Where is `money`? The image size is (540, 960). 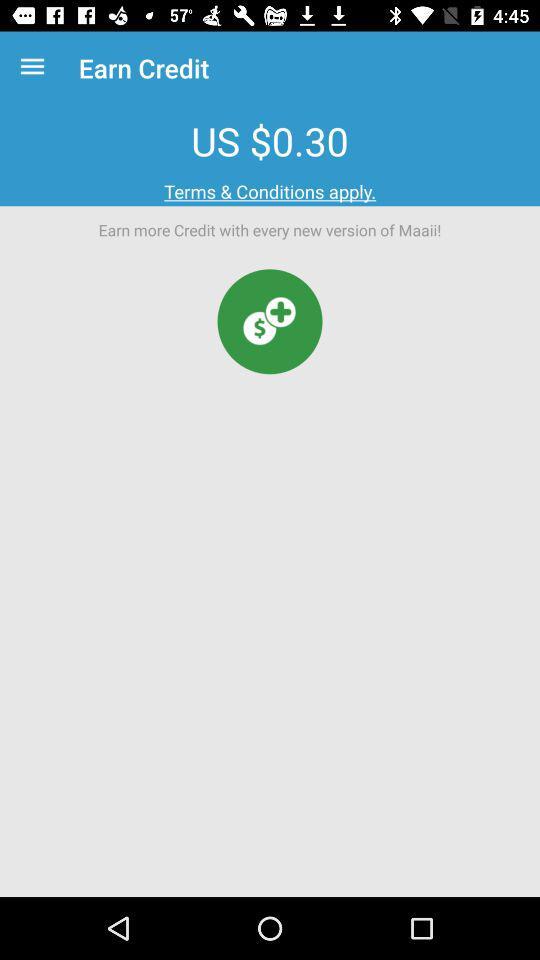
money is located at coordinates (270, 321).